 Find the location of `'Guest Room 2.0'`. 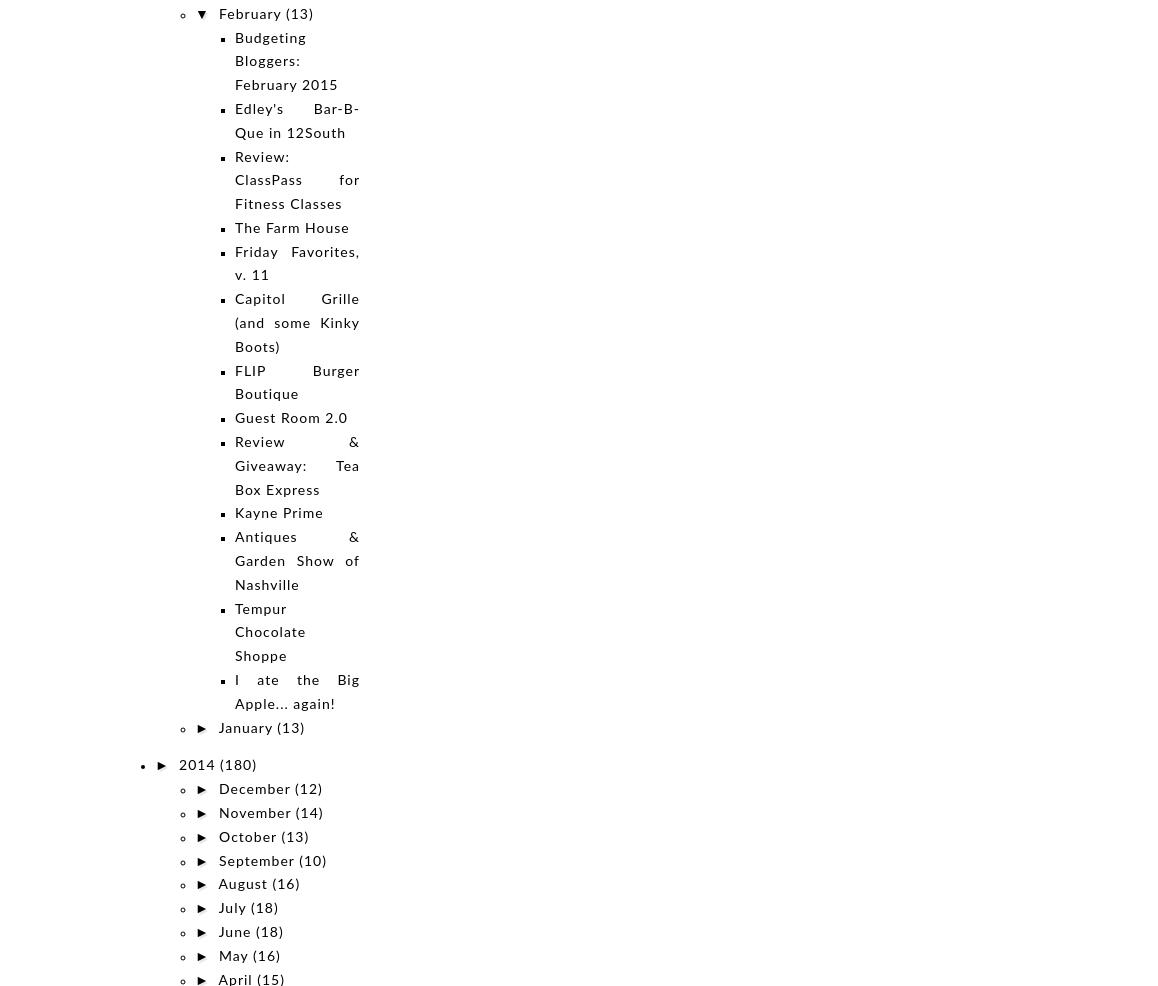

'Guest Room 2.0' is located at coordinates (291, 418).